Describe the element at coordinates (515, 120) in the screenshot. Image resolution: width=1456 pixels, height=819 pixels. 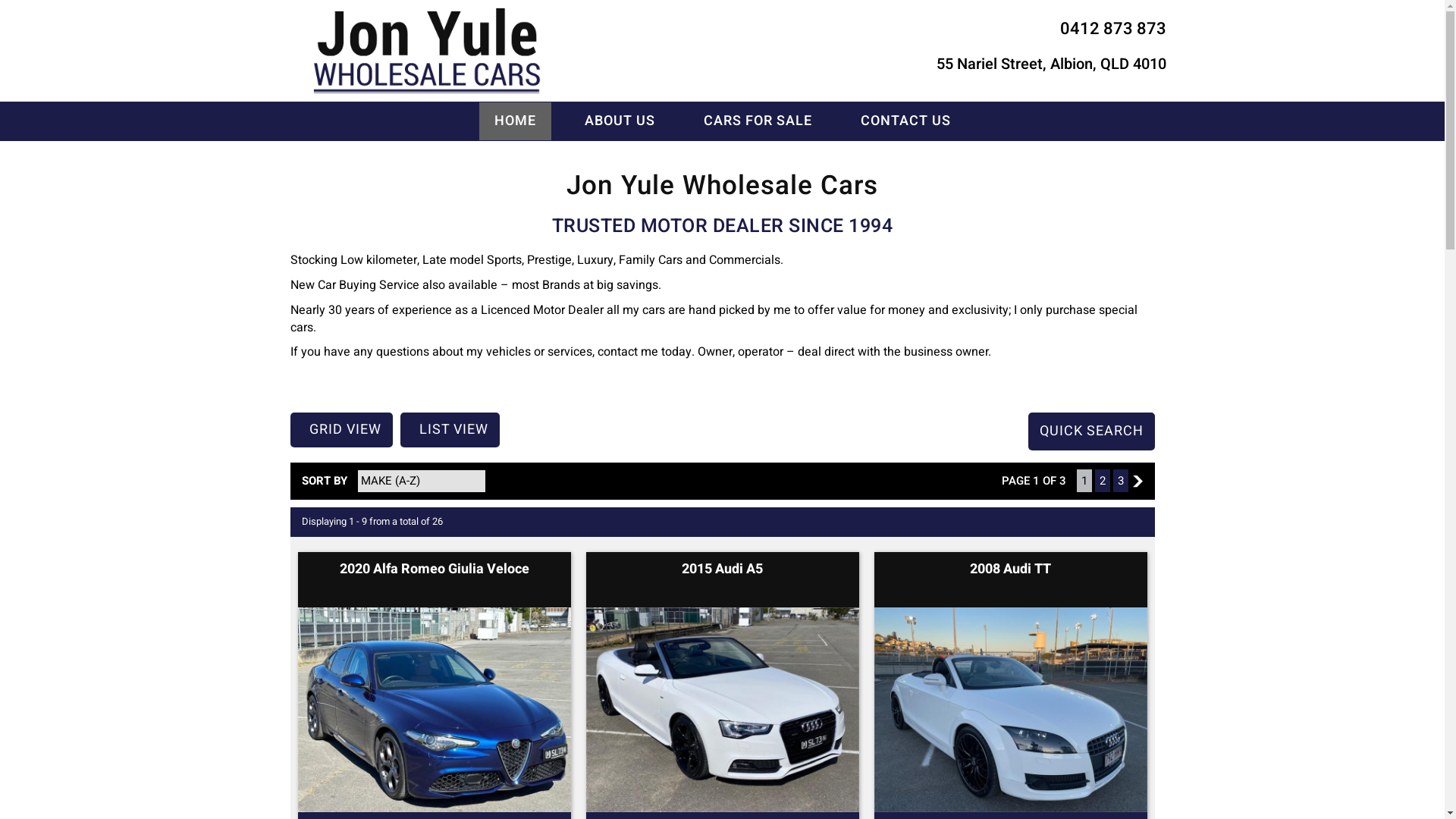
I see `'HOME'` at that location.